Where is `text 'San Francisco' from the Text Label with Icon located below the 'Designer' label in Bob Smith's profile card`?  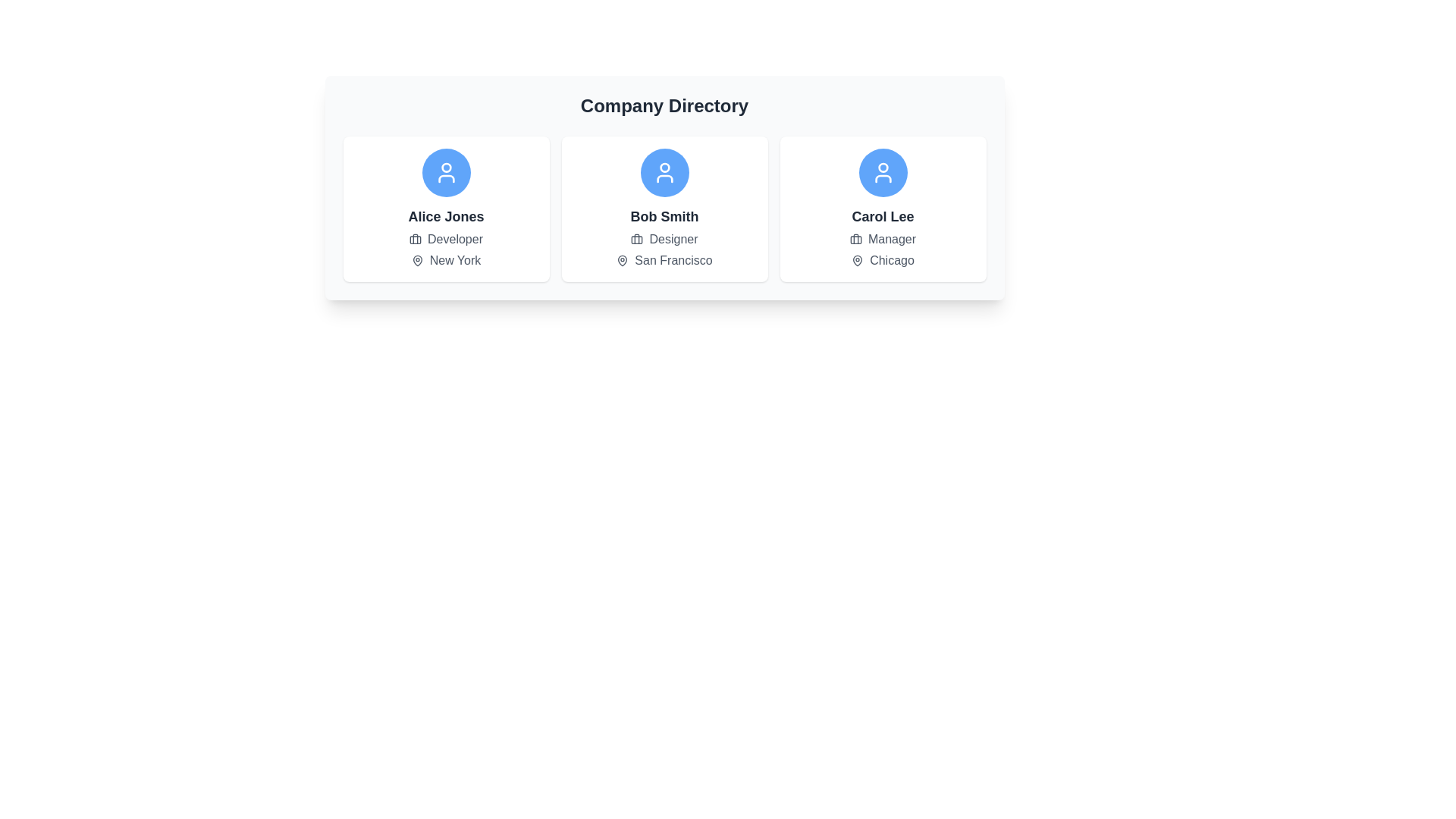
text 'San Francisco' from the Text Label with Icon located below the 'Designer' label in Bob Smith's profile card is located at coordinates (664, 259).